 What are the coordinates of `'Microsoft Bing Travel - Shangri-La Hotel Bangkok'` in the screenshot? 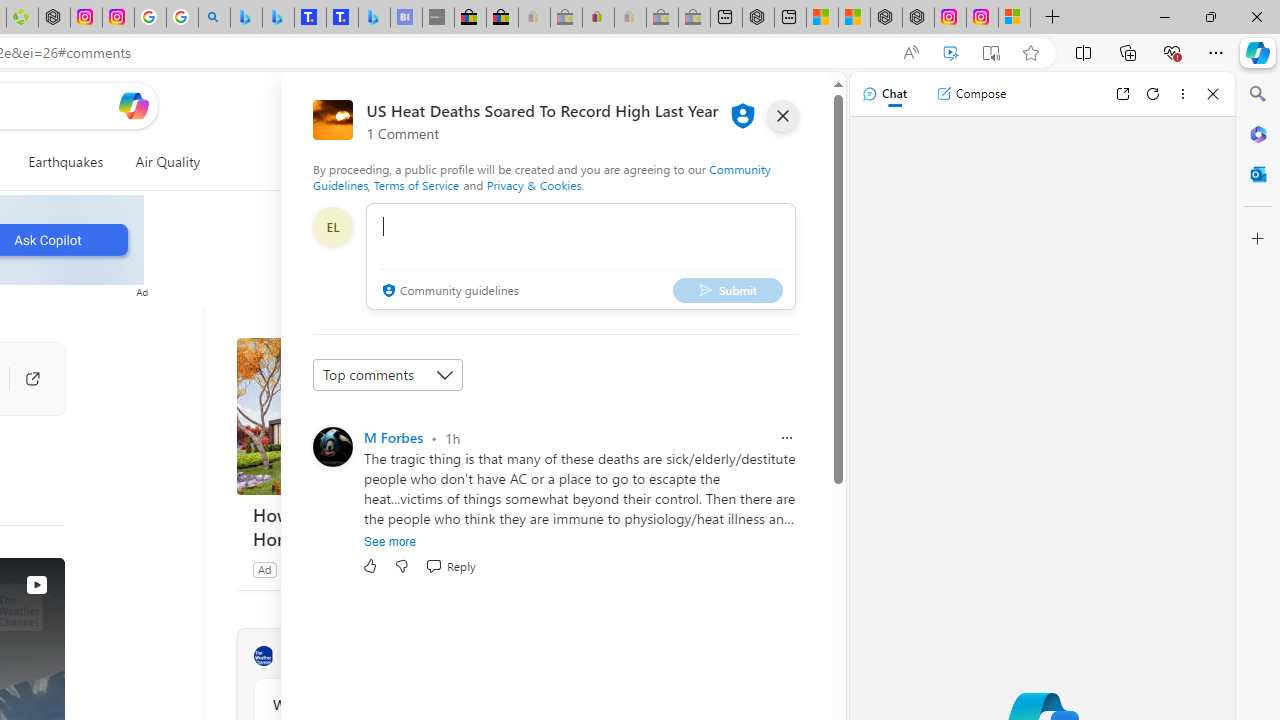 It's located at (374, 17).